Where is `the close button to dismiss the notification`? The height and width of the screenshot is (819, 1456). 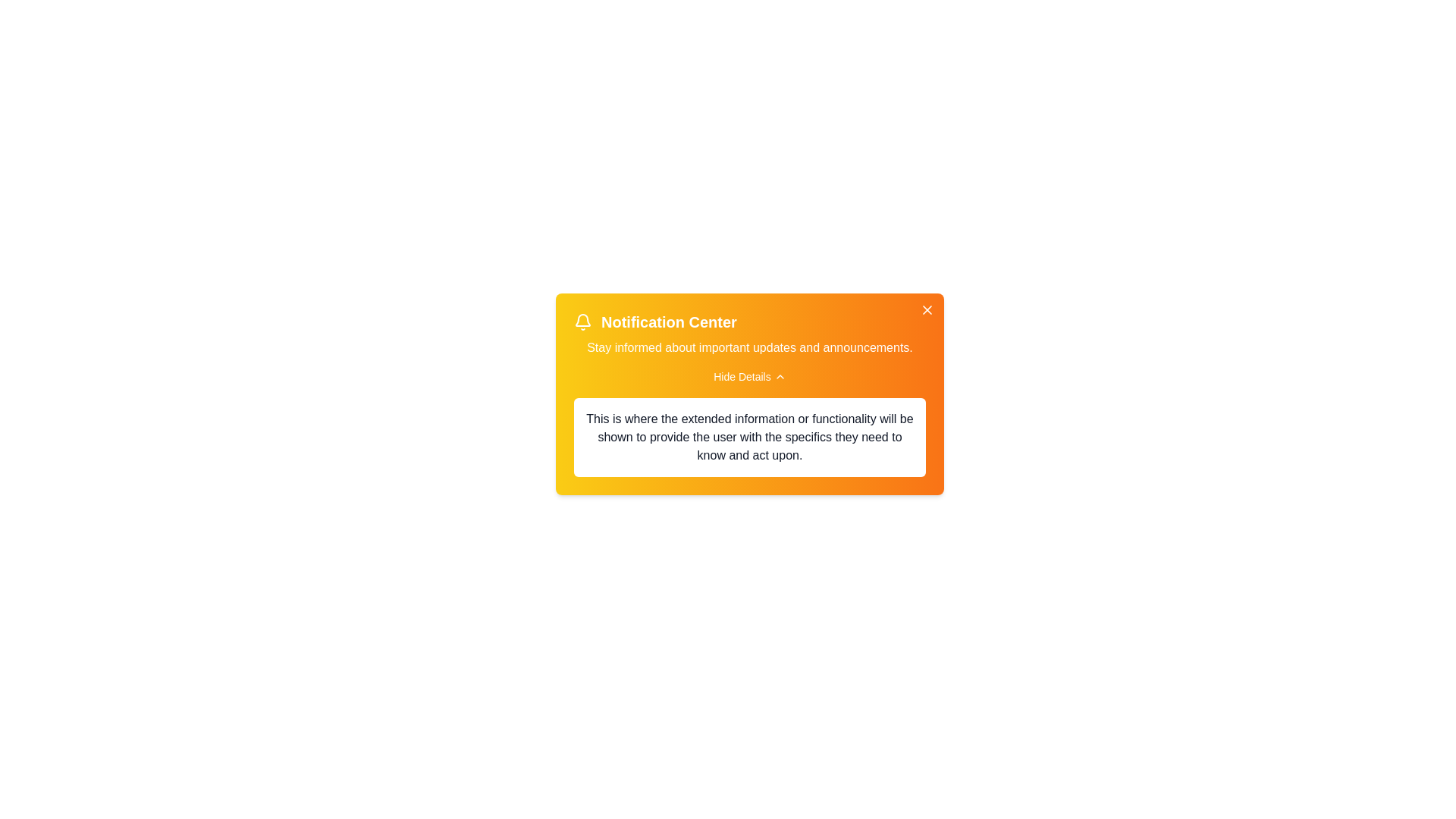 the close button to dismiss the notification is located at coordinates (927, 309).